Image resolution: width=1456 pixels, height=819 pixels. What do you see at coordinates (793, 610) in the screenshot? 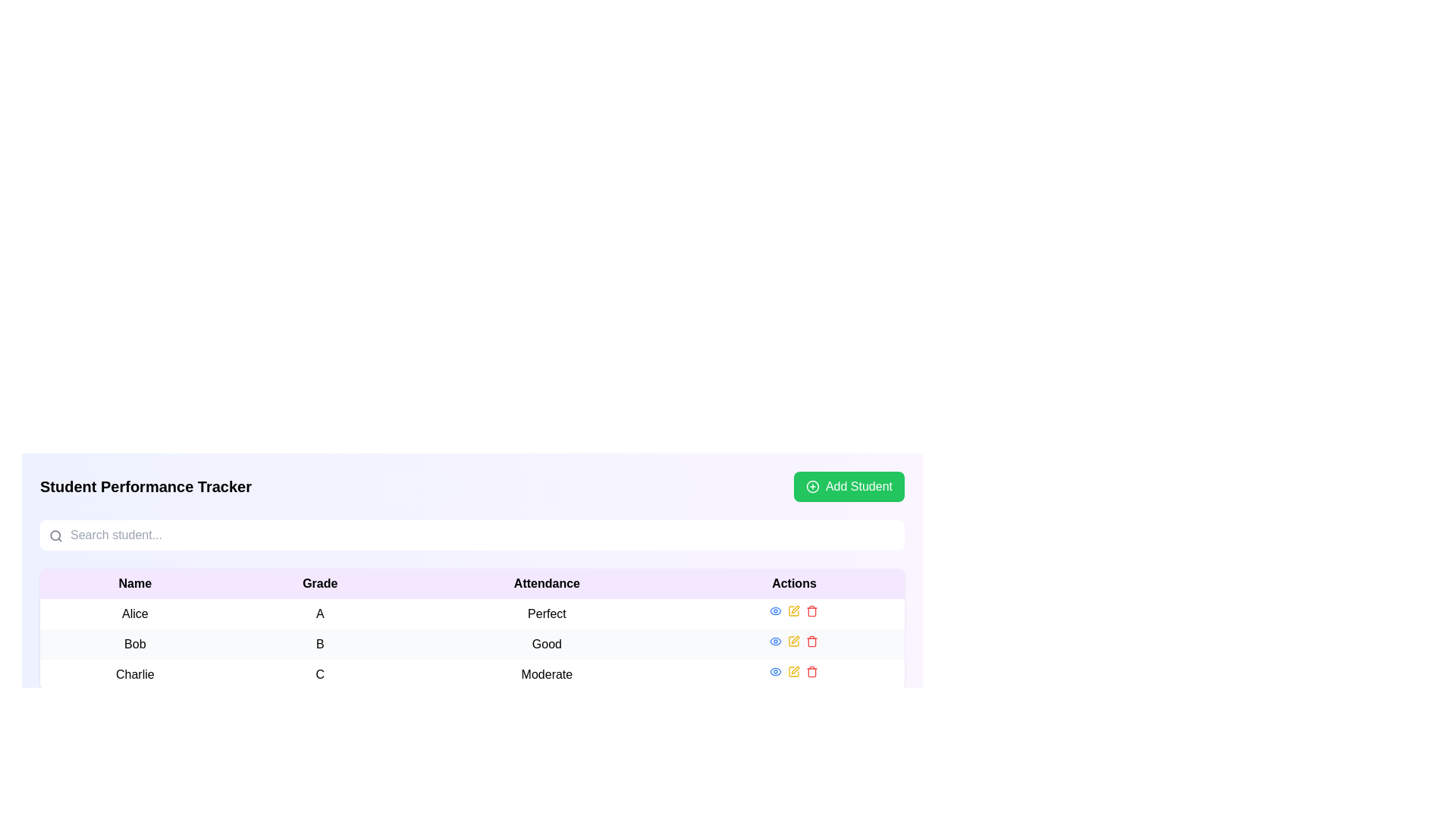
I see `the yellow pen icon button located in the 'Actions' column of the data table` at bounding box center [793, 610].